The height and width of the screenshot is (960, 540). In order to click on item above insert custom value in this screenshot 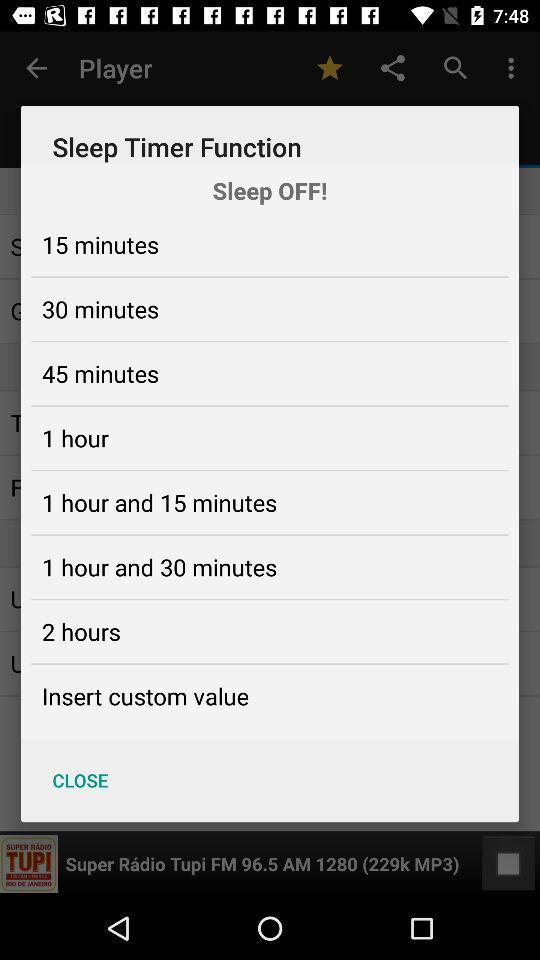, I will do `click(80, 630)`.